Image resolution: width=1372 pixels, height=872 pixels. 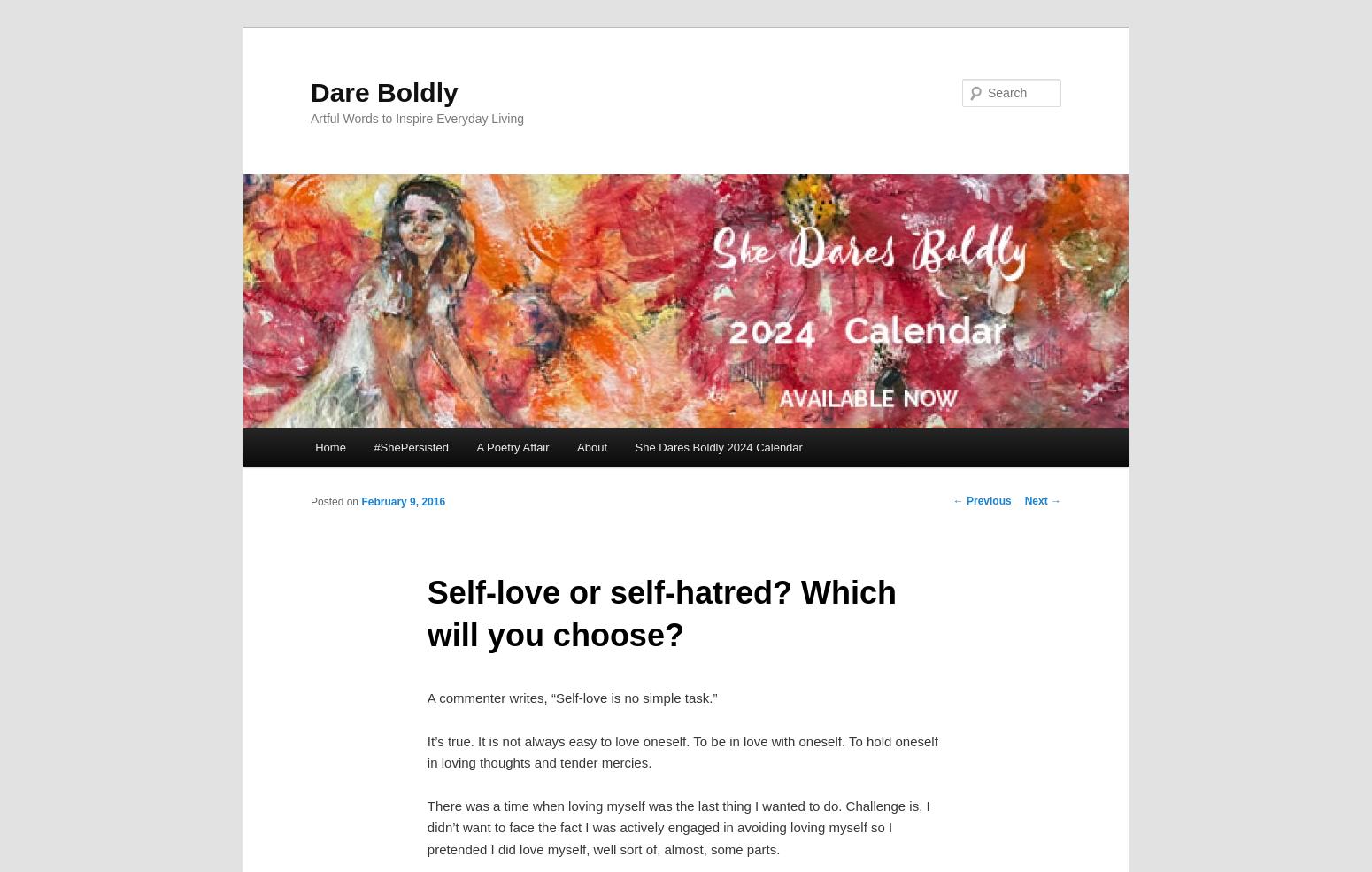 I want to click on 'A commenter writes, “Self-love is no simple task.”', so click(x=426, y=698).